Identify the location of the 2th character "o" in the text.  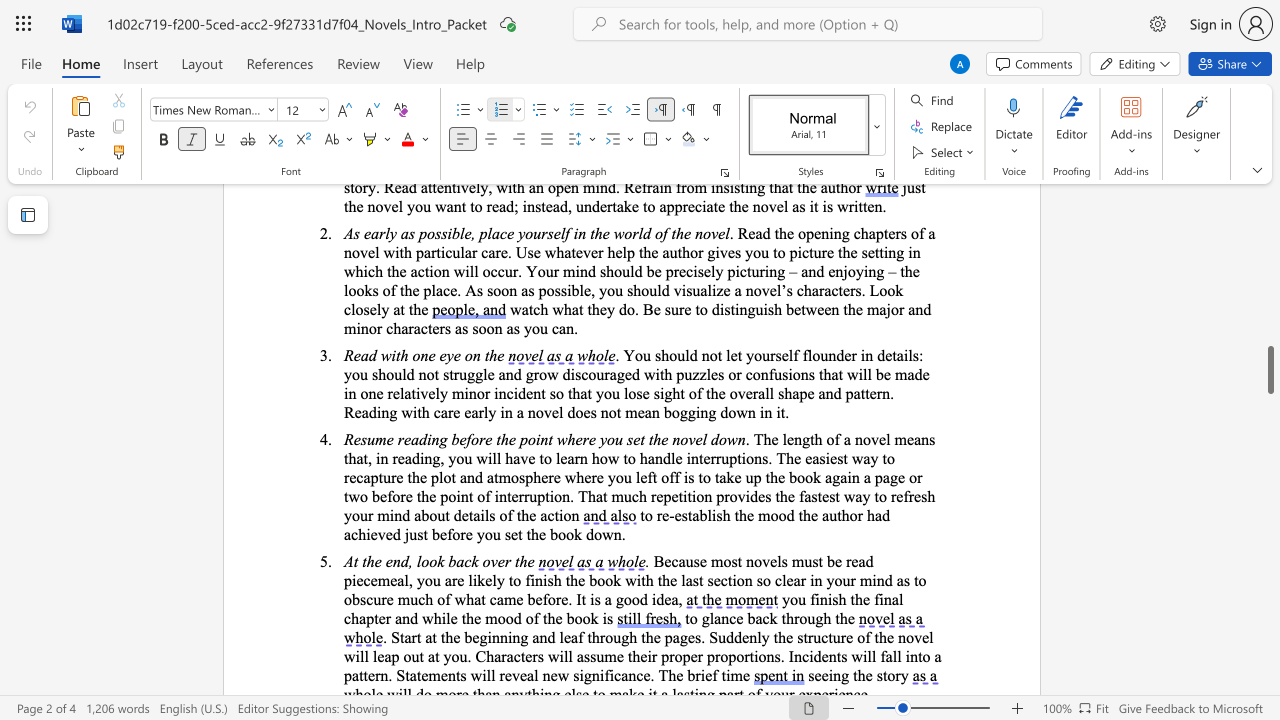
(432, 561).